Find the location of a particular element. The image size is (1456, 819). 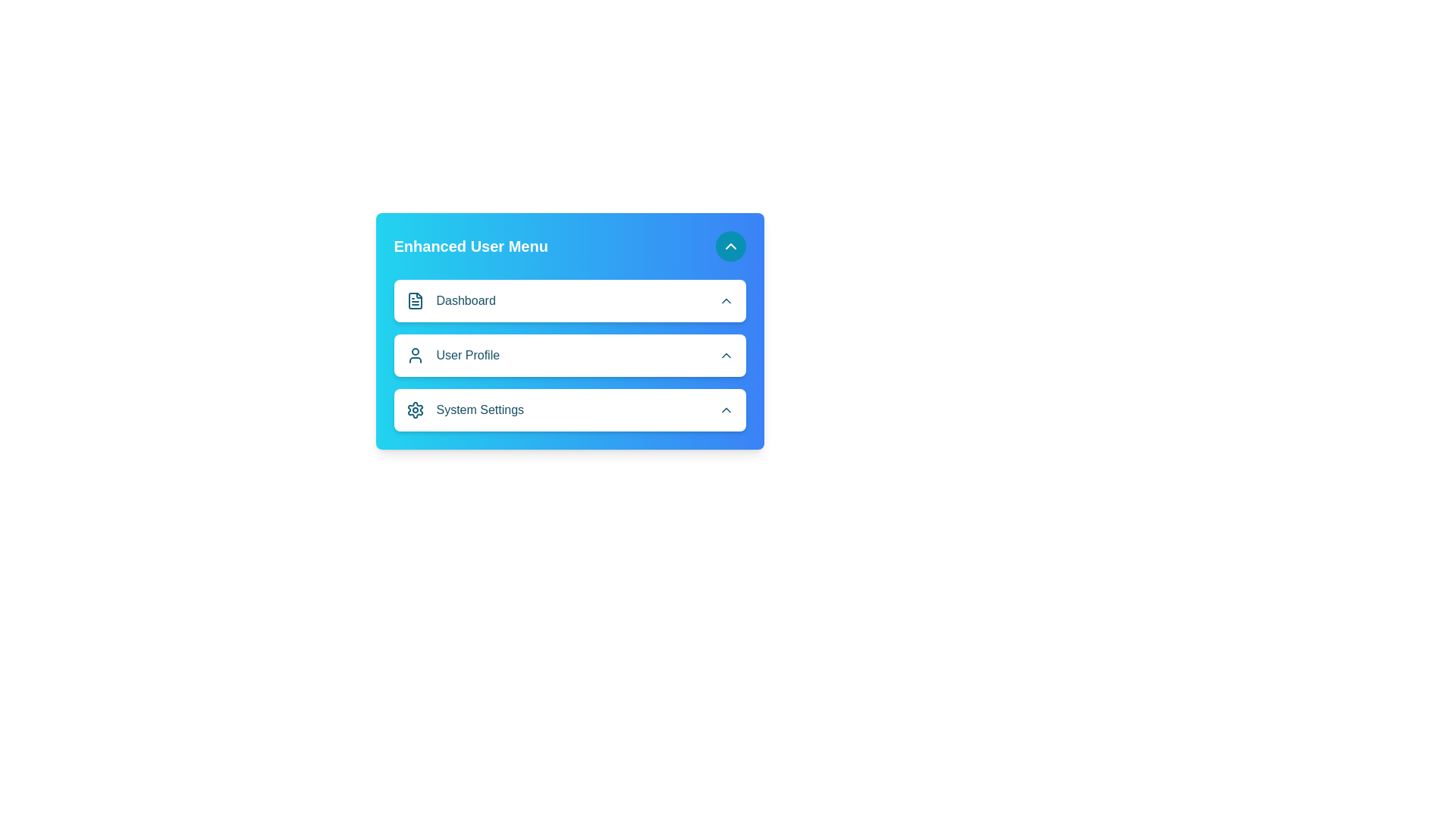

the 'System Settings' menu option, which features a gear-shaped icon followed by bold text on a white background, located at the bottom of the 'Enhanced User Menu.' is located at coordinates (464, 409).